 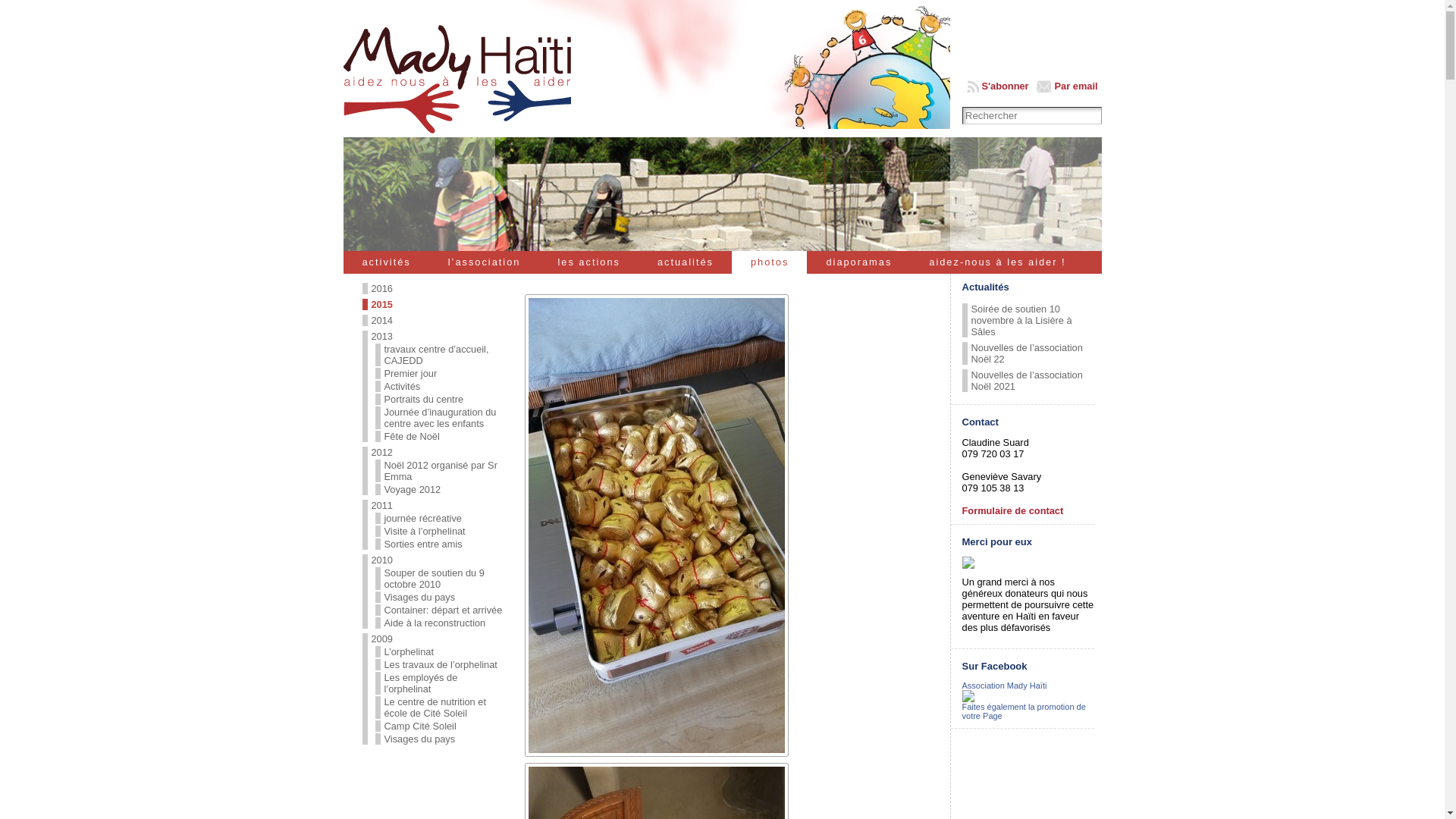 I want to click on '2009', so click(x=382, y=639).